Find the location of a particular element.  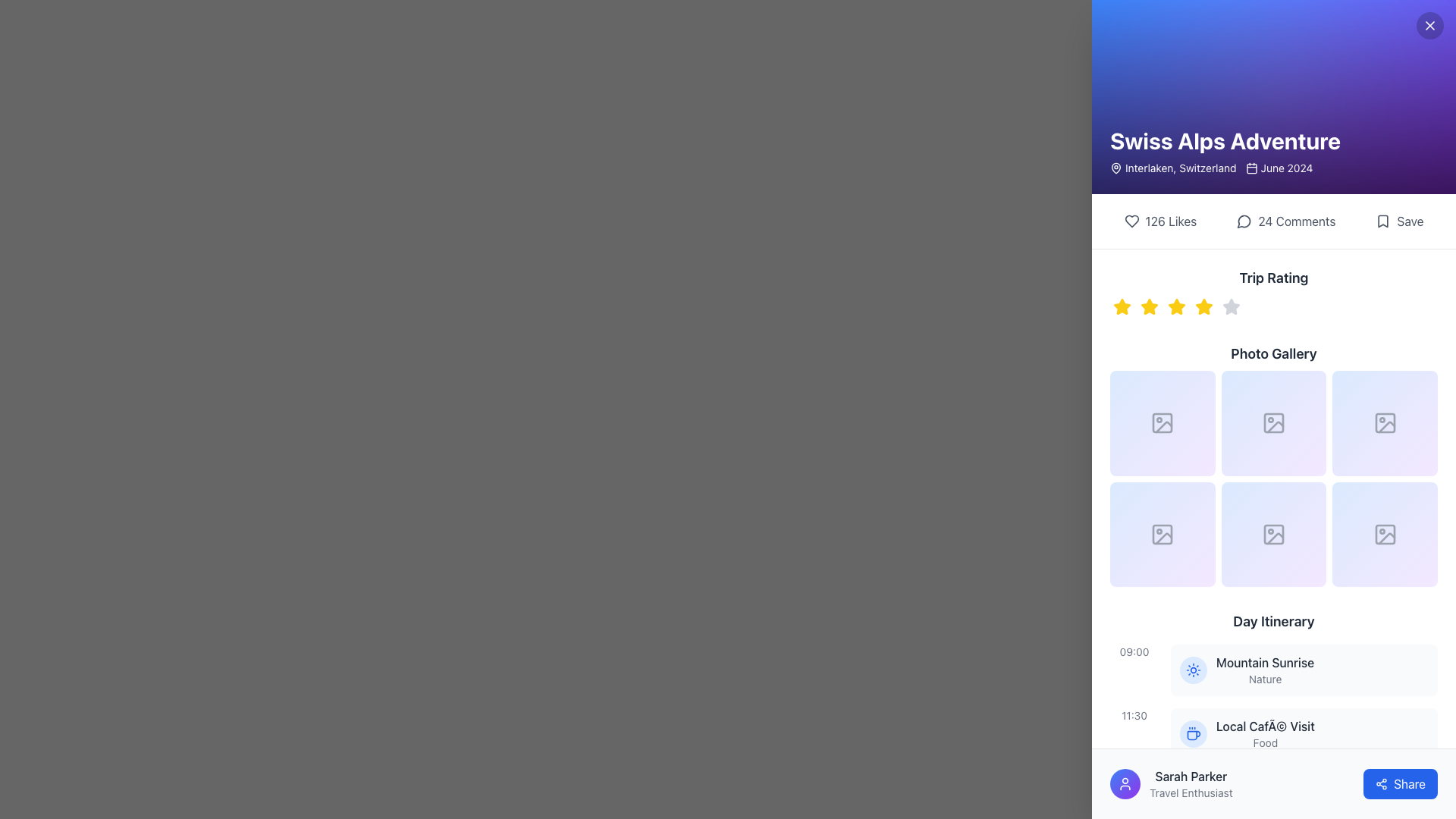

the decorative globe icon within the SVG that enhances the user profile details for 'Sarah Parker' is located at coordinates (1193, 797).